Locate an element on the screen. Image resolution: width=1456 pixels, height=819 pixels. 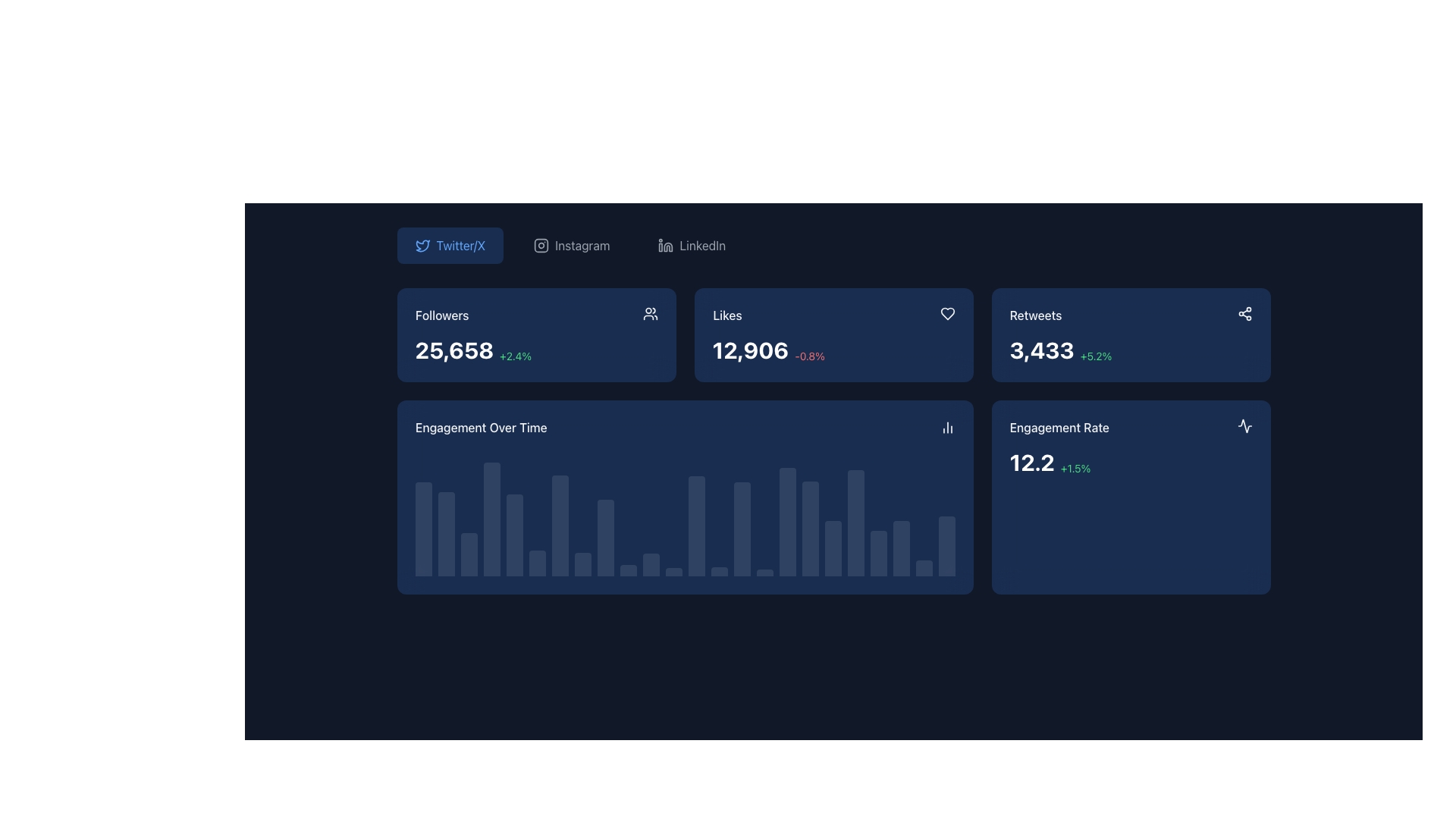
the white bar chart icon located in the top-right corner of the 'Engagement Over Time' section is located at coordinates (946, 427).